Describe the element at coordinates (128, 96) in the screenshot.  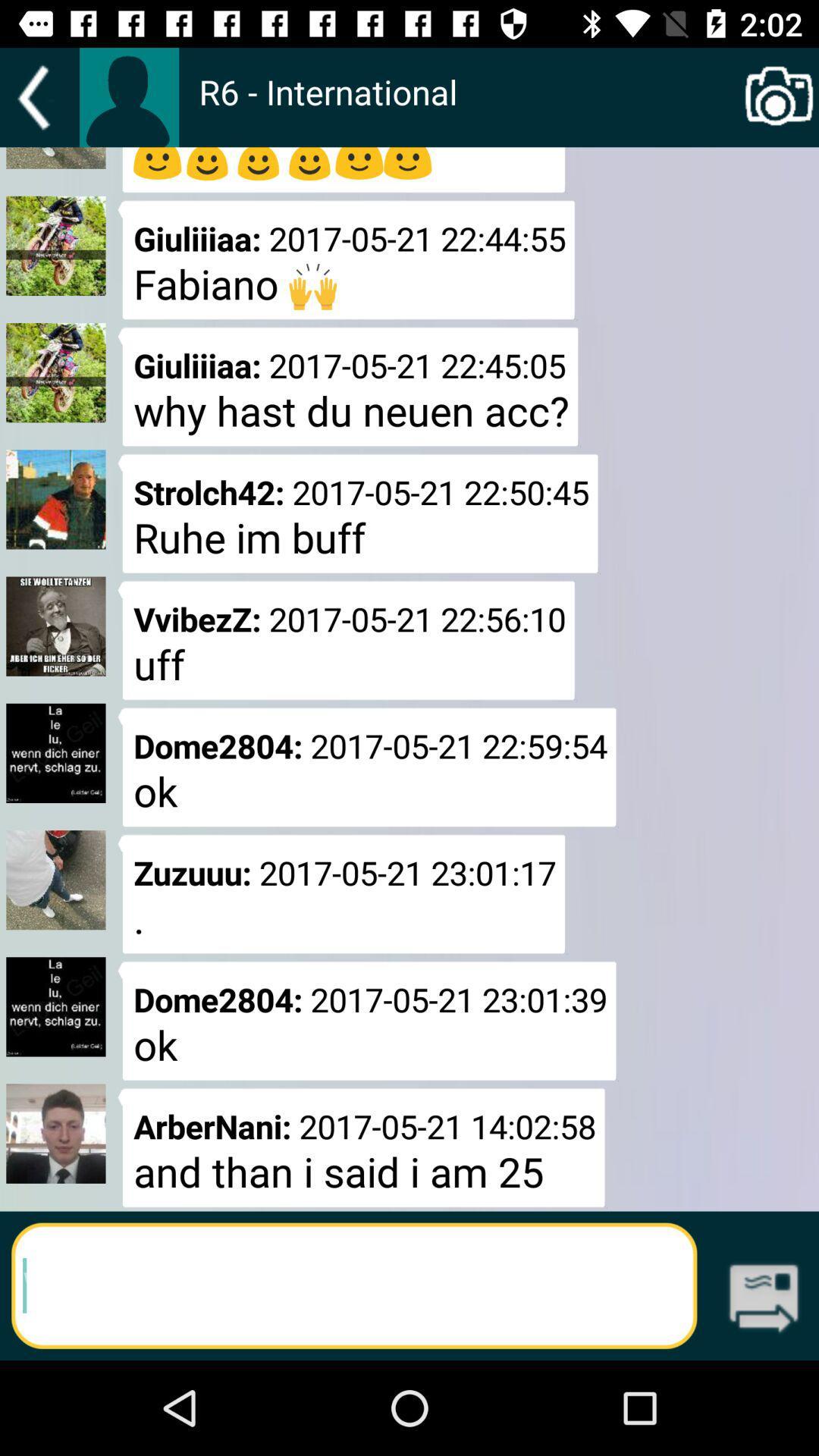
I see `open profile picture` at that location.